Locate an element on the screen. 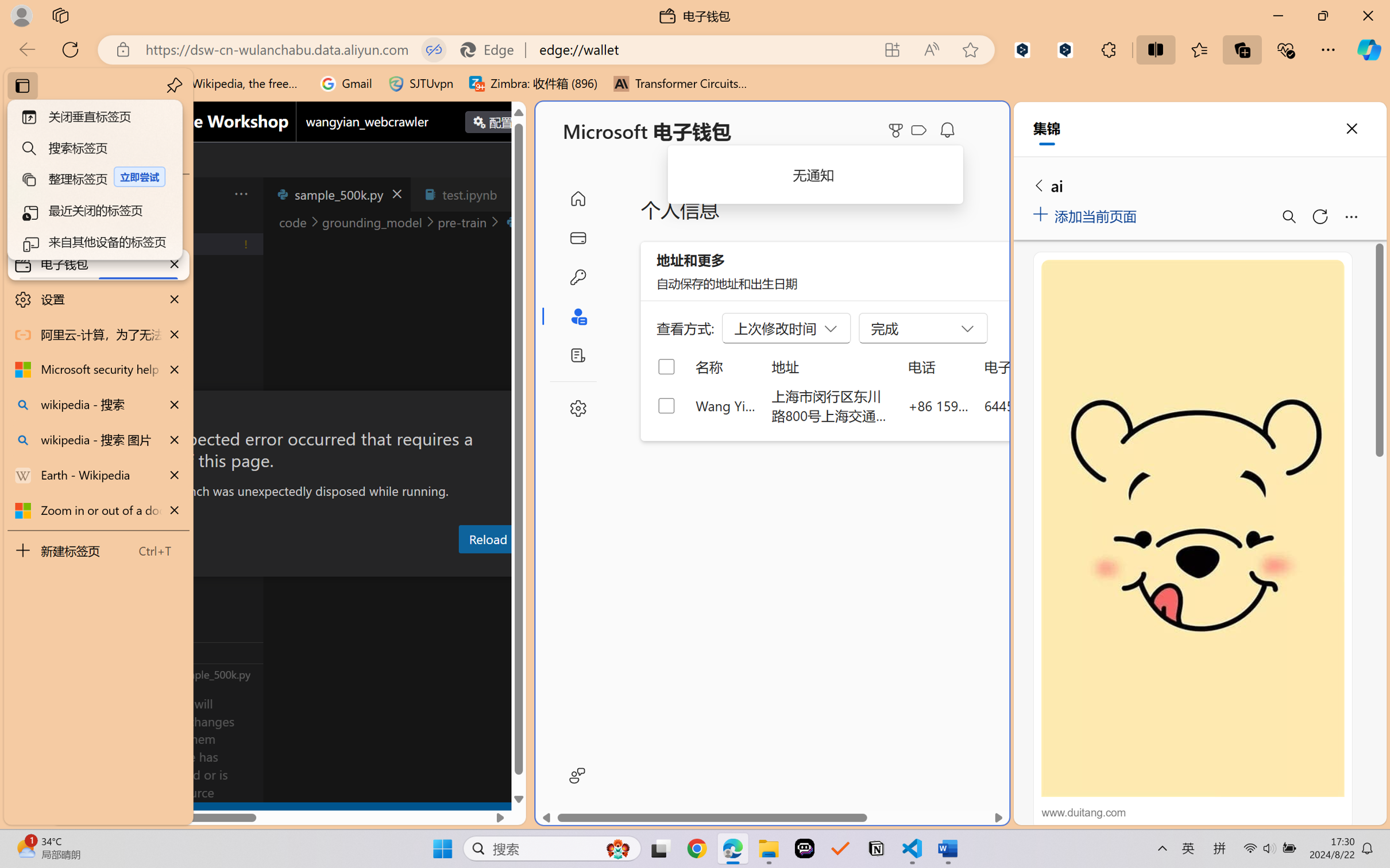 The height and width of the screenshot is (868, 1390). 'sample_500k.py' is located at coordinates (336, 193).